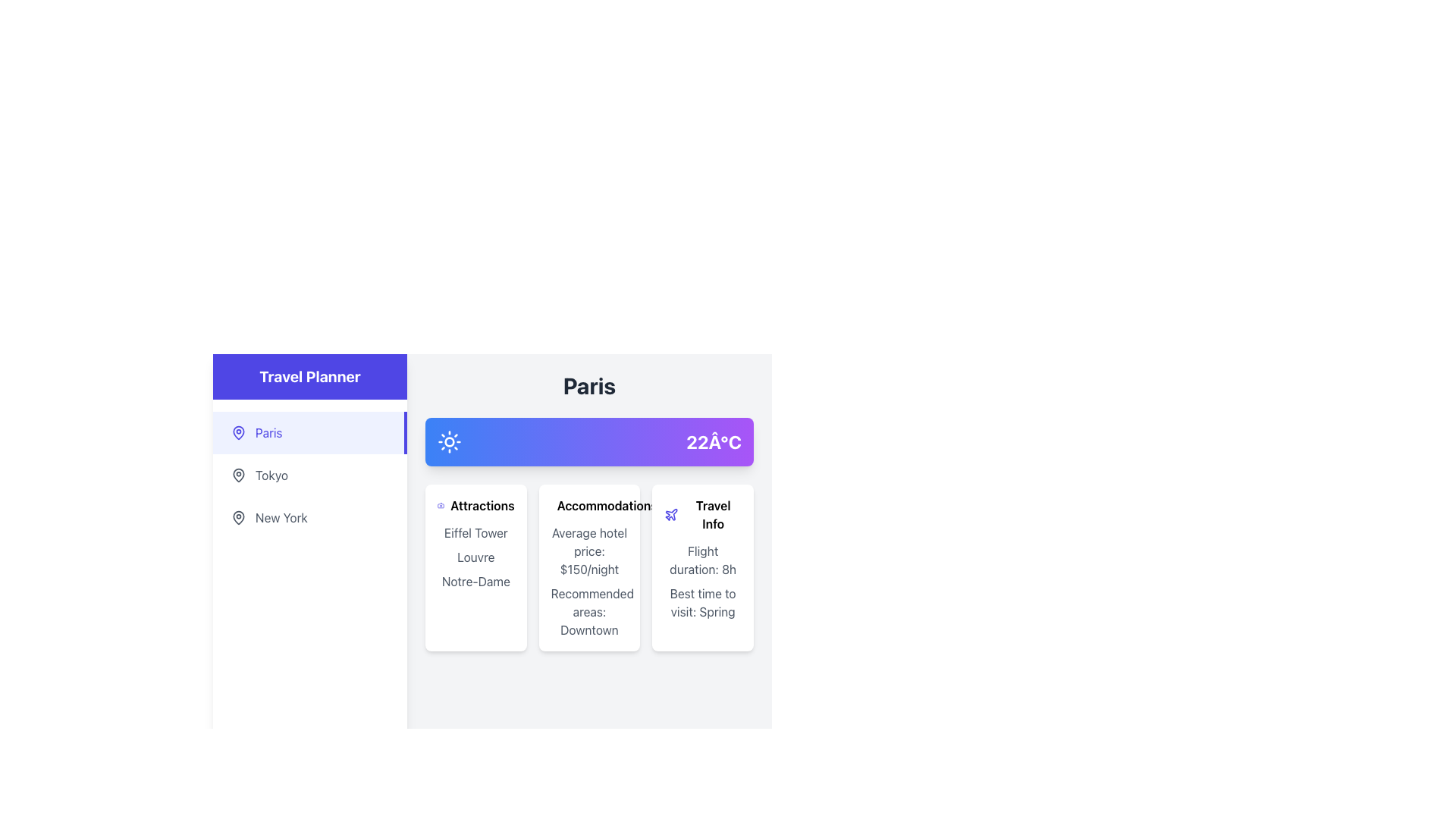 The width and height of the screenshot is (1456, 819). What do you see at coordinates (588, 441) in the screenshot?
I see `temperature information displayed as '22°C' in bold and large font on the far right of the horizontally arranged bar with a gradient background` at bounding box center [588, 441].